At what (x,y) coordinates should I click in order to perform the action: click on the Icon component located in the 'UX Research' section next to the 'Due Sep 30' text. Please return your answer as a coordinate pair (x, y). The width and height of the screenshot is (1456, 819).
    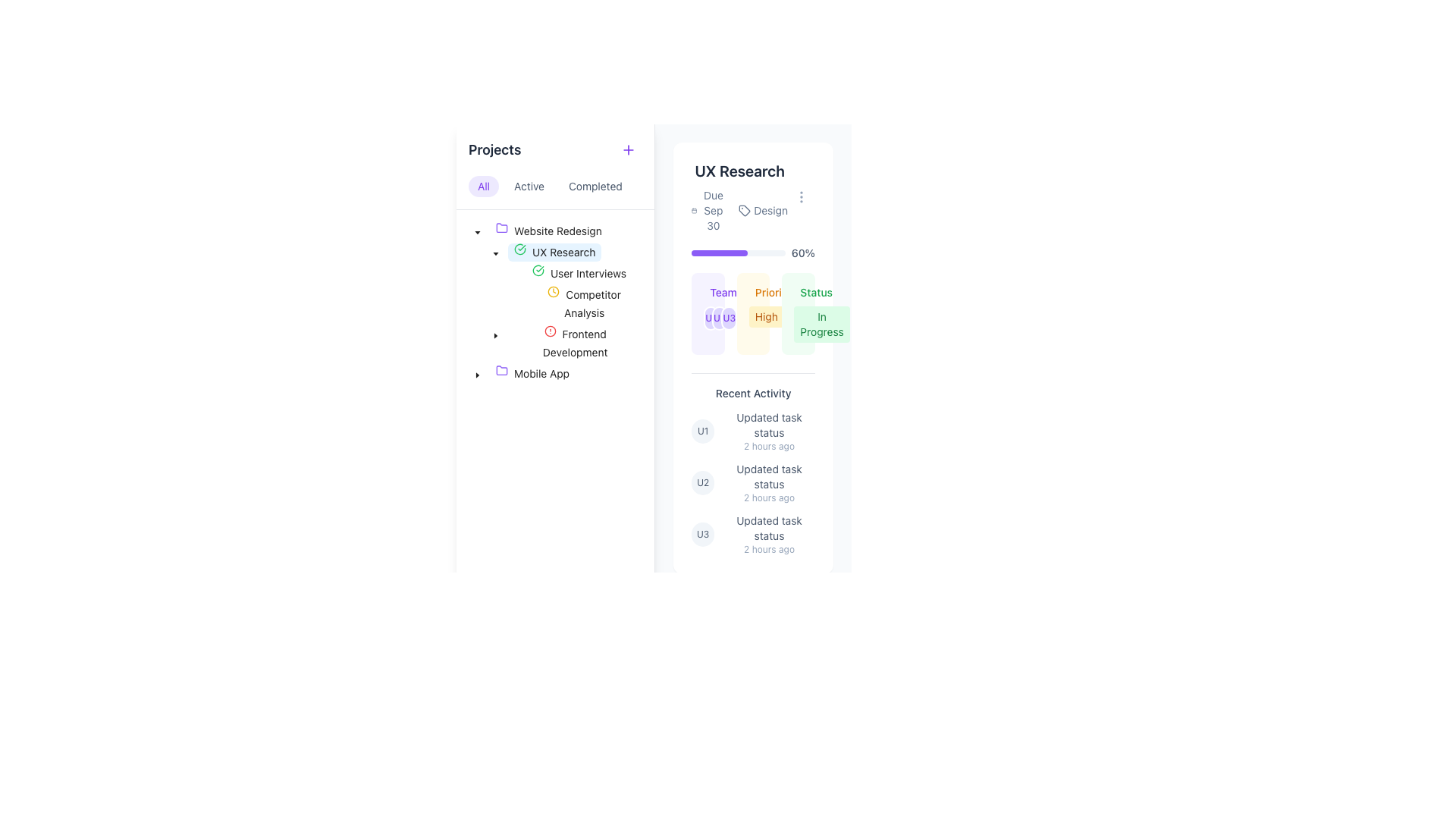
    Looking at the image, I should click on (745, 210).